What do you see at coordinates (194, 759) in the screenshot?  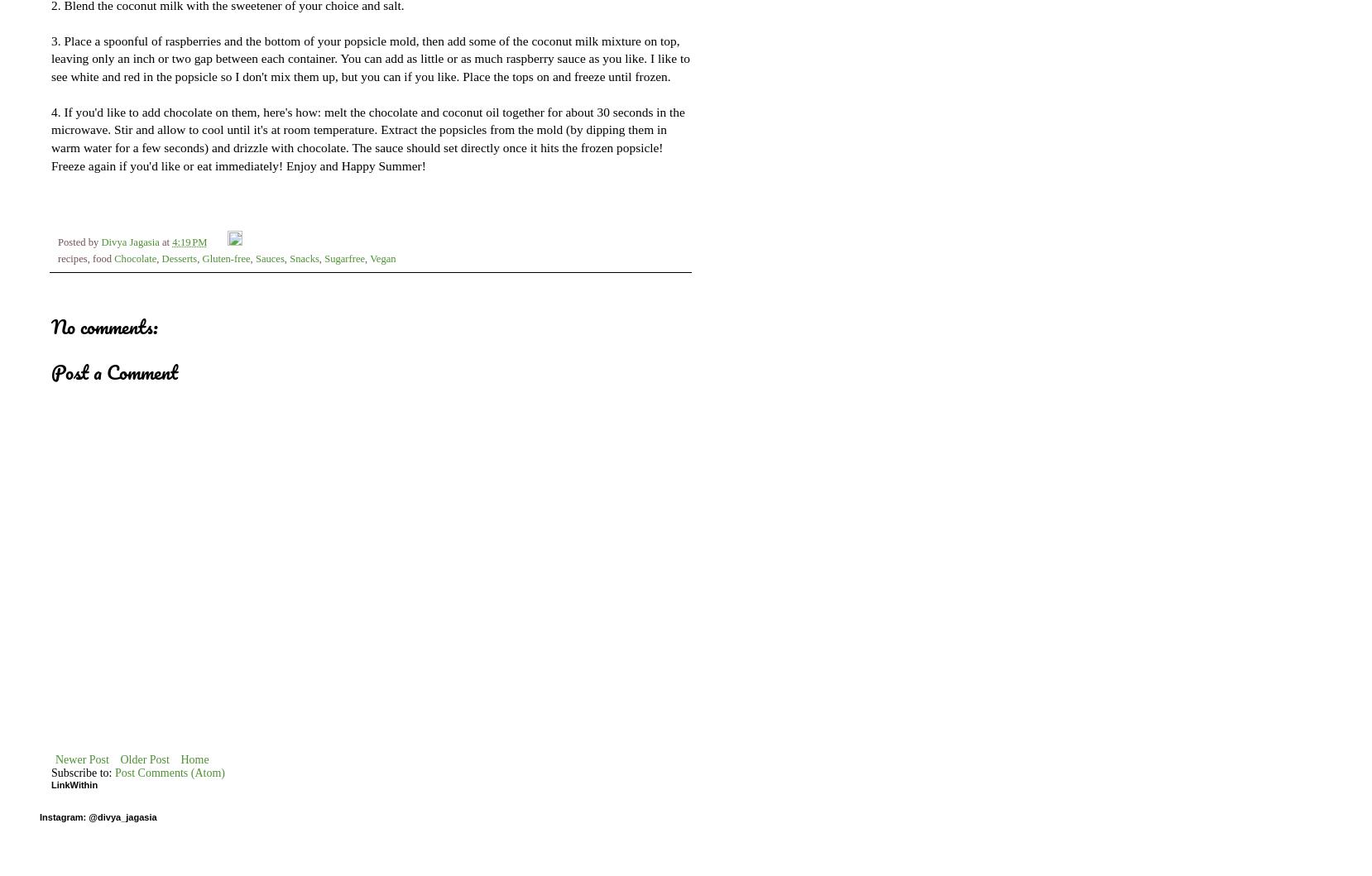 I see `'Home'` at bounding box center [194, 759].